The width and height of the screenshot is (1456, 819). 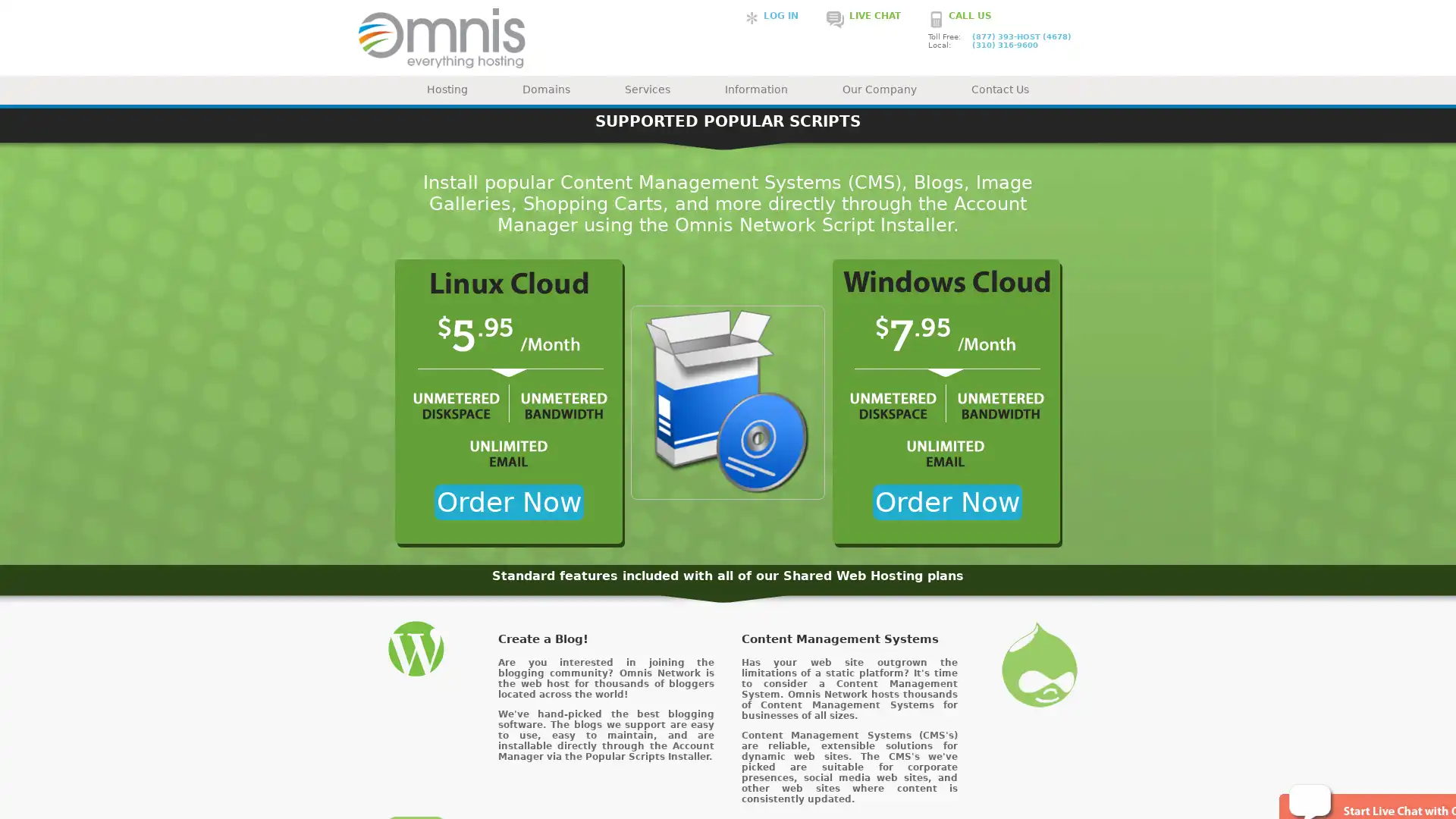 What do you see at coordinates (508, 502) in the screenshot?
I see `Order Now` at bounding box center [508, 502].